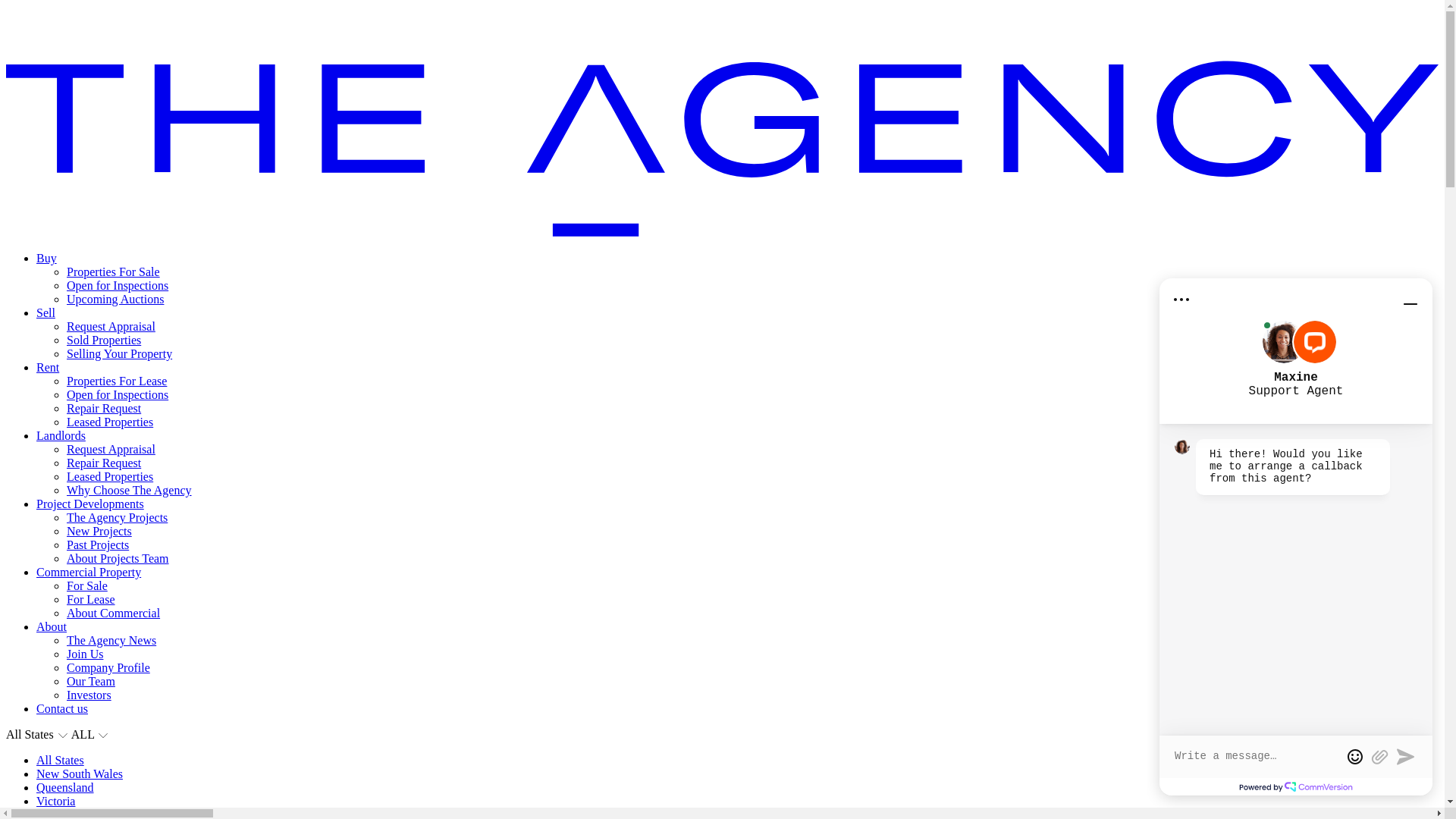 Image resolution: width=1456 pixels, height=819 pixels. Describe the element at coordinates (79, 773) in the screenshot. I see `'New South Wales'` at that location.